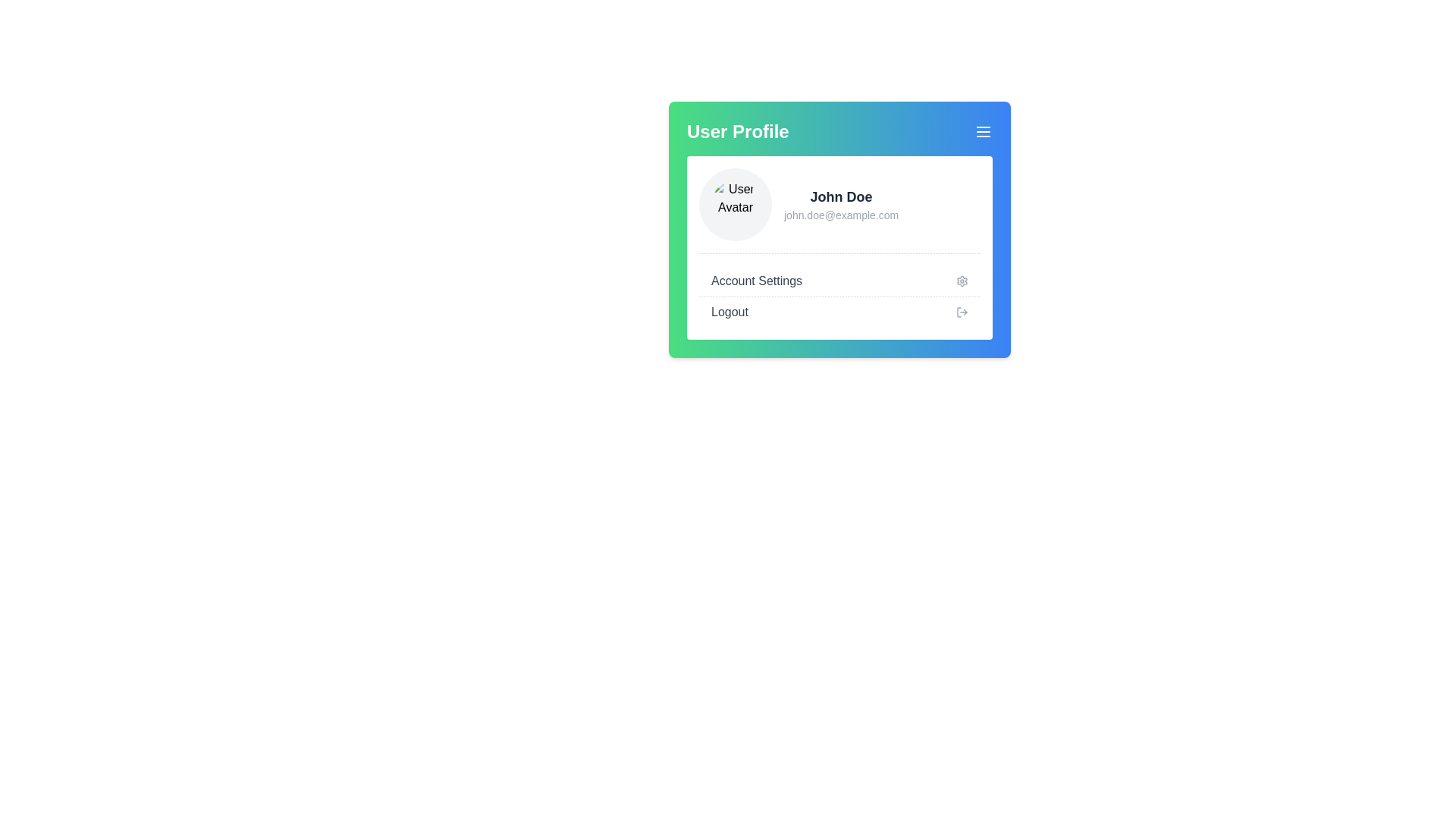  What do you see at coordinates (839, 297) in the screenshot?
I see `the Divider Line that separates the 'Account Settings' and 'Logout' options in the dropdown menu` at bounding box center [839, 297].